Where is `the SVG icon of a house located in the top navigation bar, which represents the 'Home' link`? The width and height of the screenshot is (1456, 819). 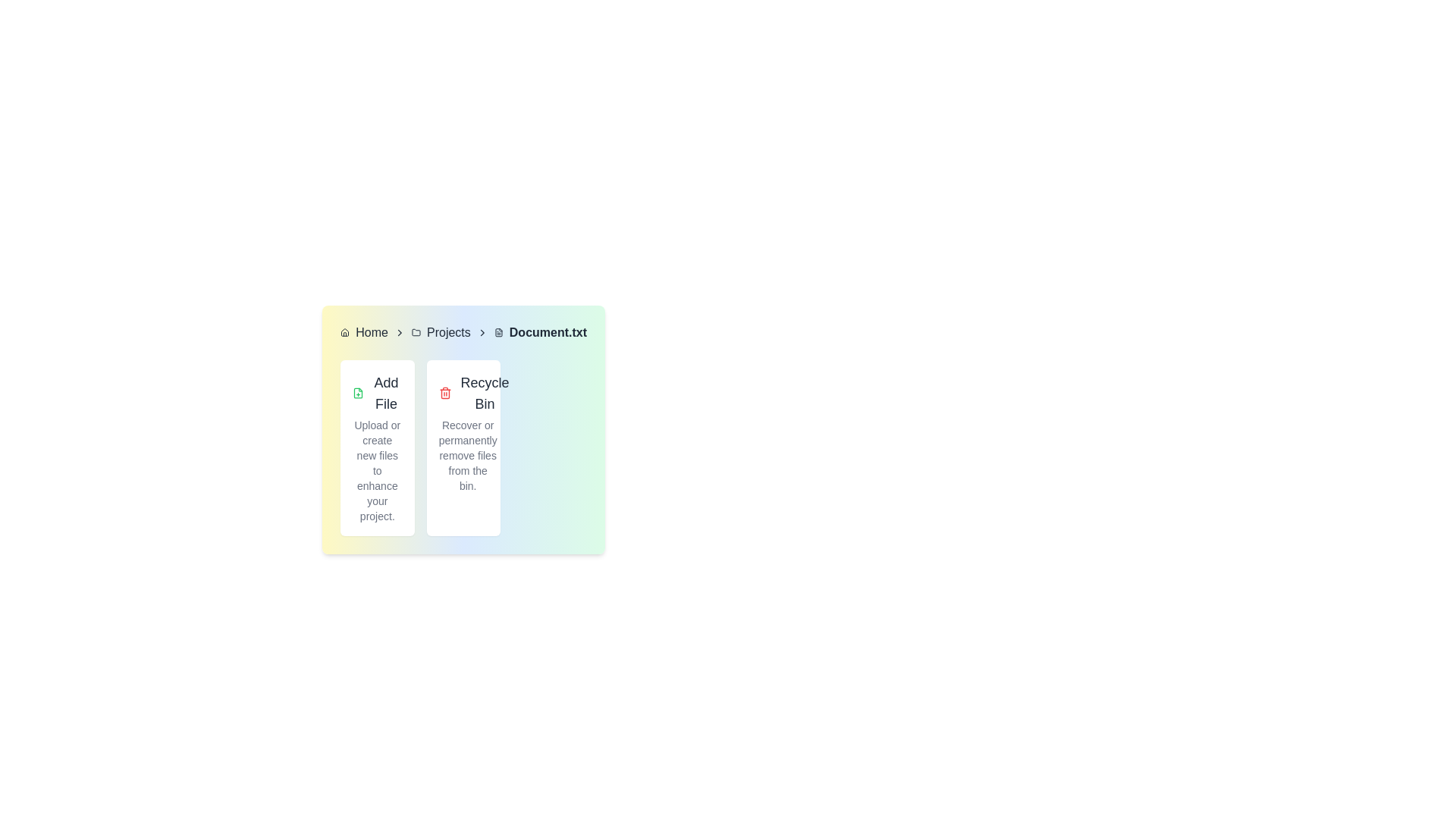
the SVG icon of a house located in the top navigation bar, which represents the 'Home' link is located at coordinates (344, 331).